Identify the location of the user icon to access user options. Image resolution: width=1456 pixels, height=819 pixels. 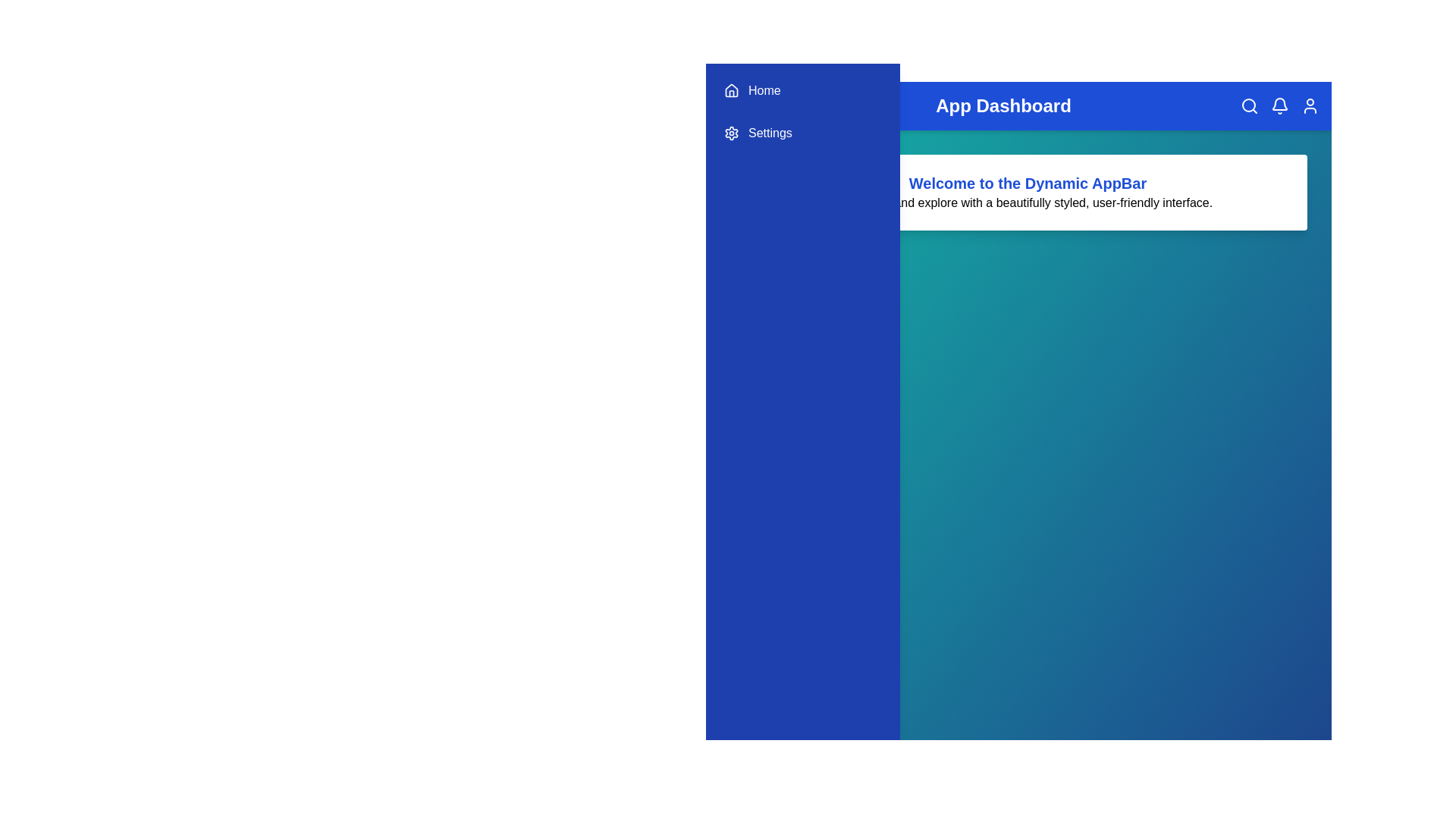
(1310, 105).